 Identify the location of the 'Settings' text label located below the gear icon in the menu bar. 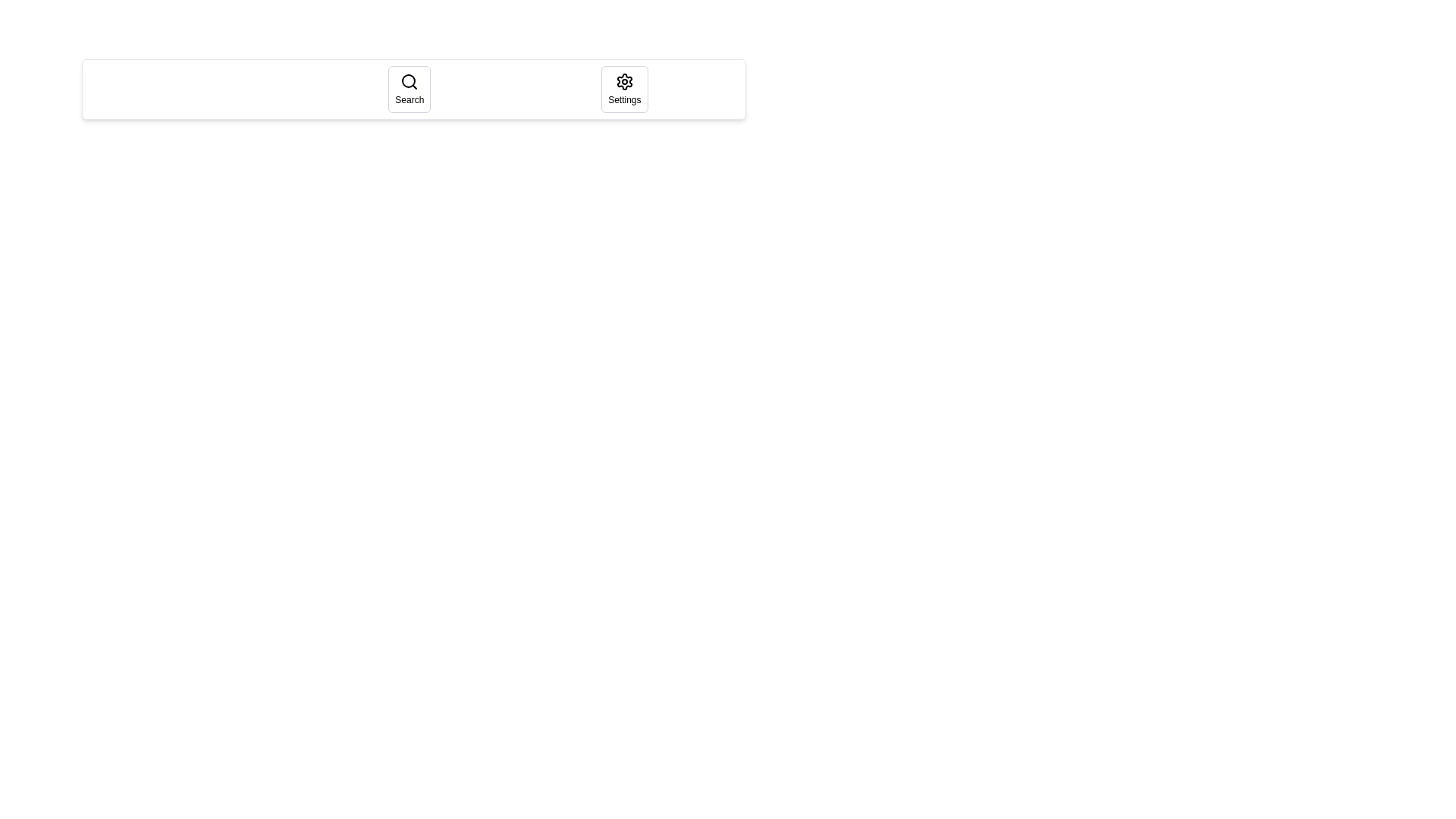
(624, 99).